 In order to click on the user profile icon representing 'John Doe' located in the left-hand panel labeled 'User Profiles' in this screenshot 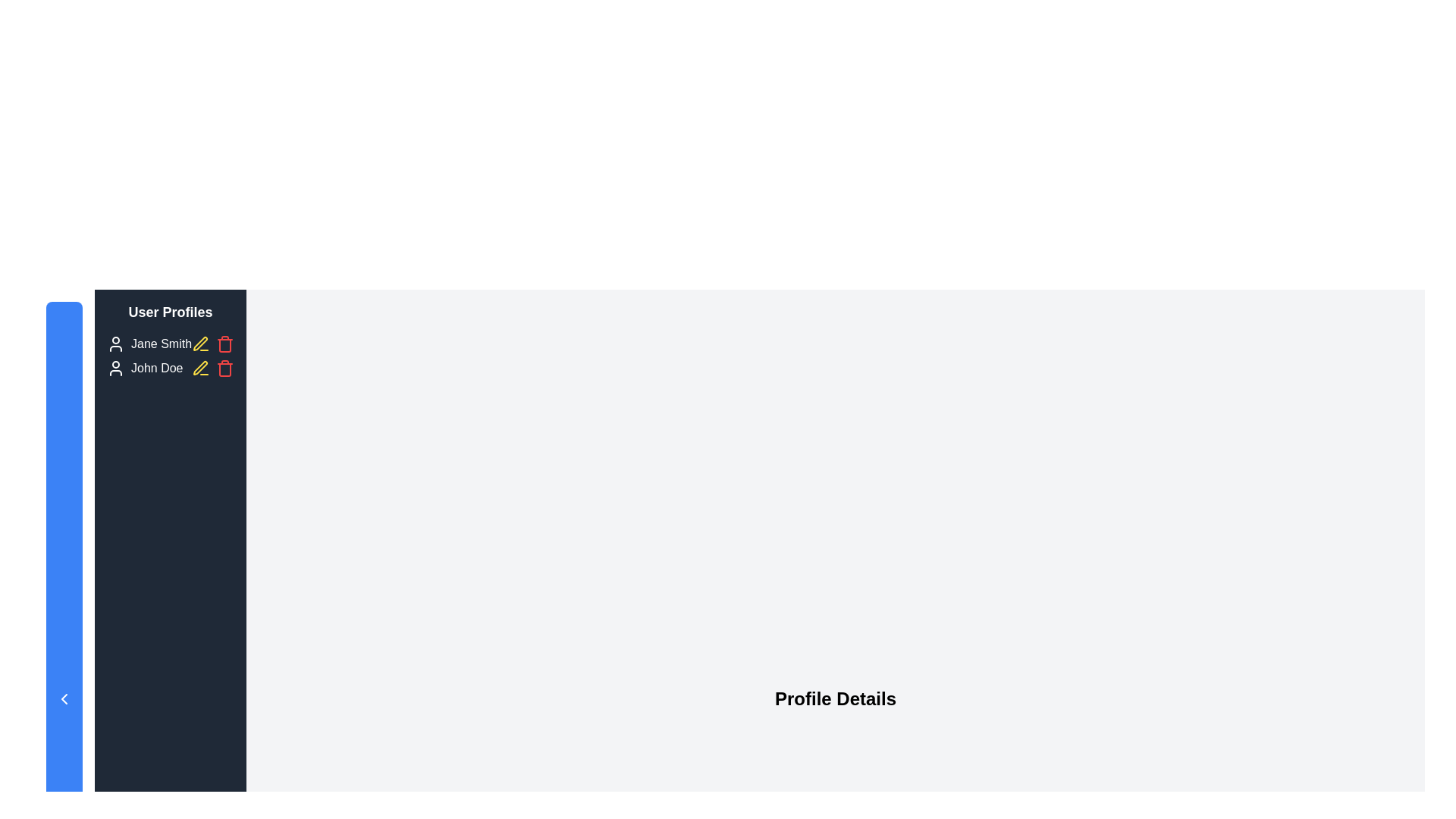, I will do `click(115, 369)`.